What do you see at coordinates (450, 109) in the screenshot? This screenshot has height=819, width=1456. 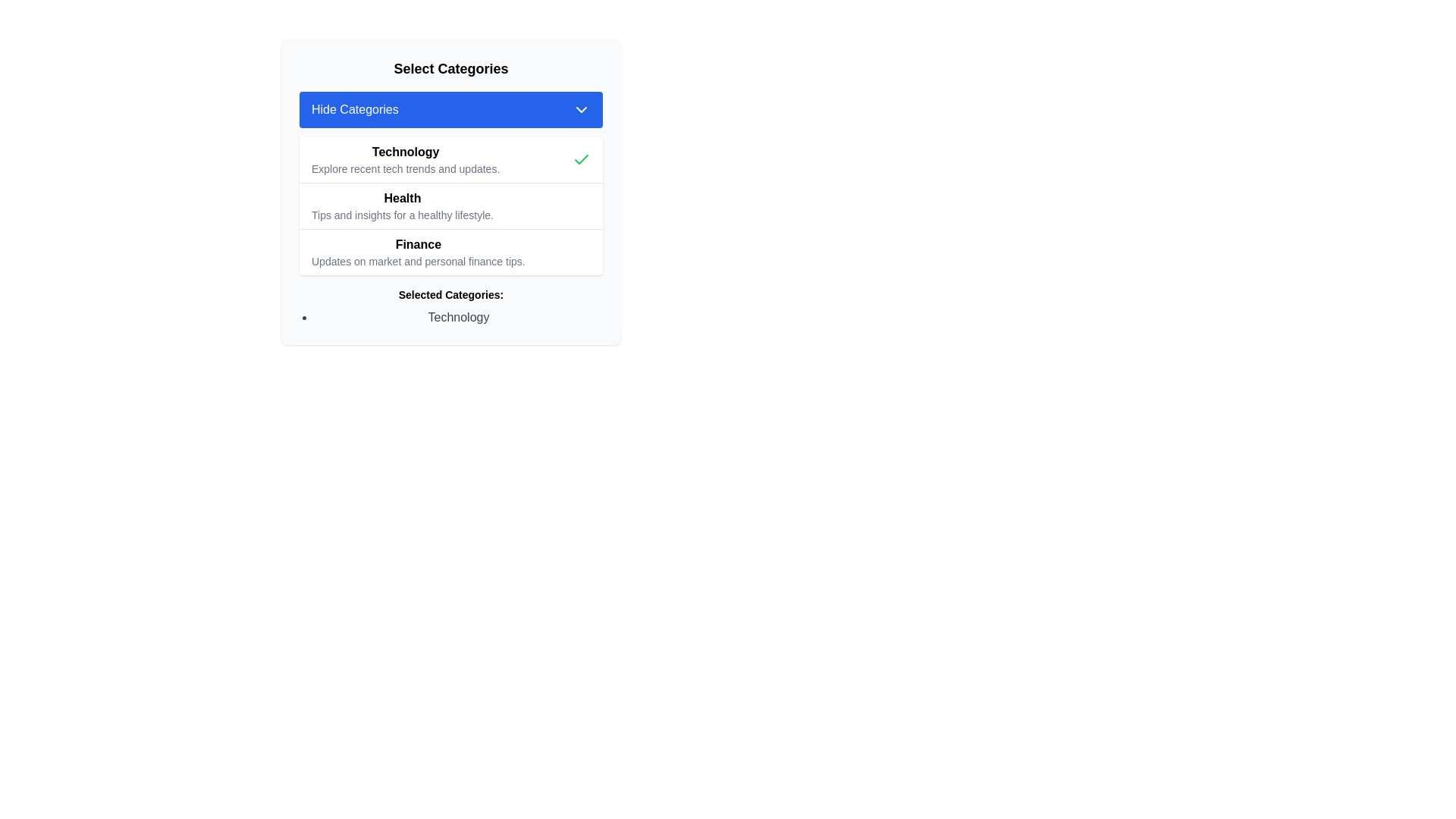 I see `the toggle button located below the title 'Select Categories'` at bounding box center [450, 109].